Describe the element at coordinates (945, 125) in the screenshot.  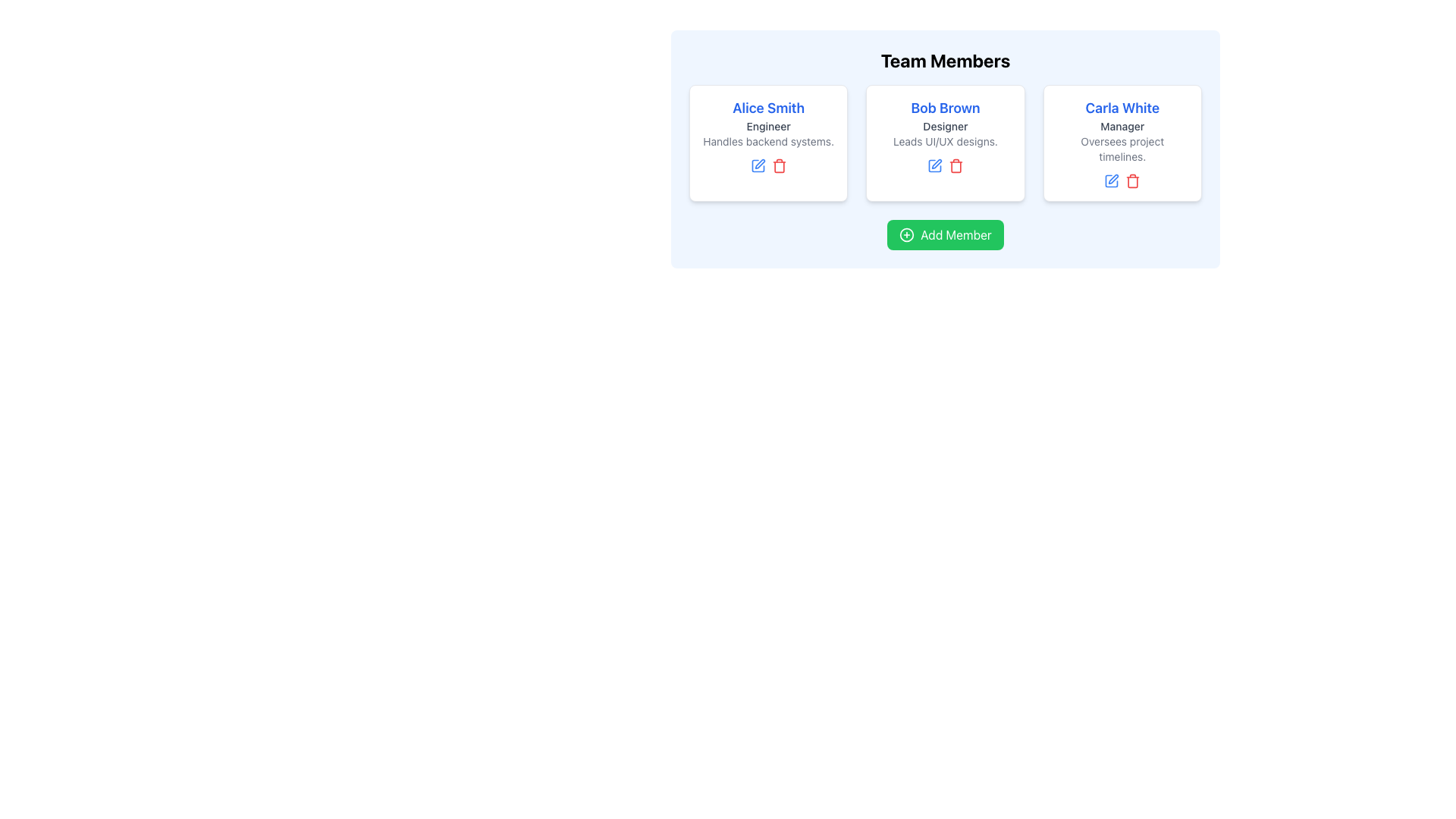
I see `the Text Label displaying the word 'Designer', which is styled in gray and positioned below 'Bob Brown' and above 'Leads UI/UX designs.'` at that location.